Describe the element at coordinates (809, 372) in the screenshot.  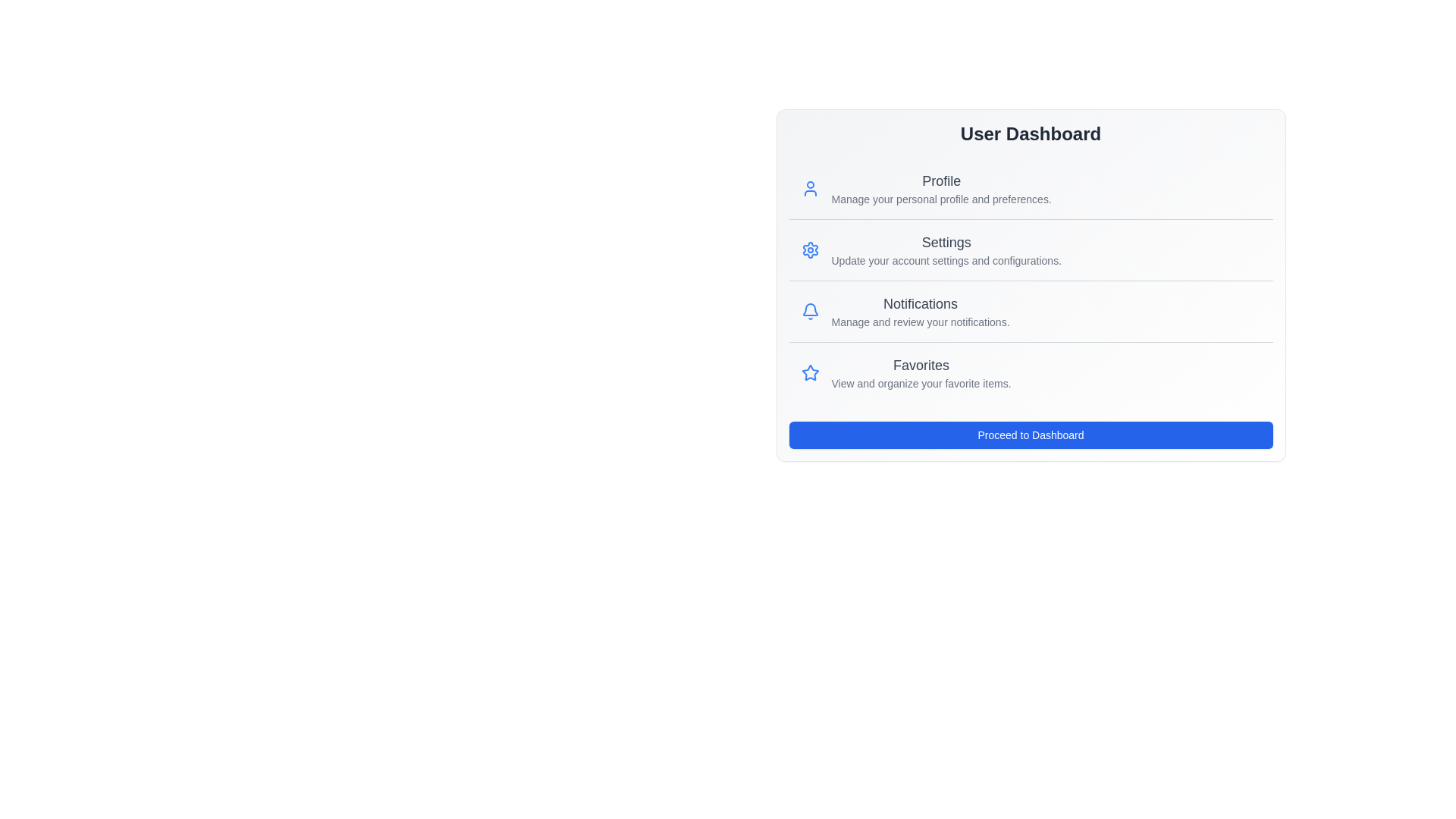
I see `the 'Favorites' icon located to the left of the 'Favorites' label in the vertical menu` at that location.